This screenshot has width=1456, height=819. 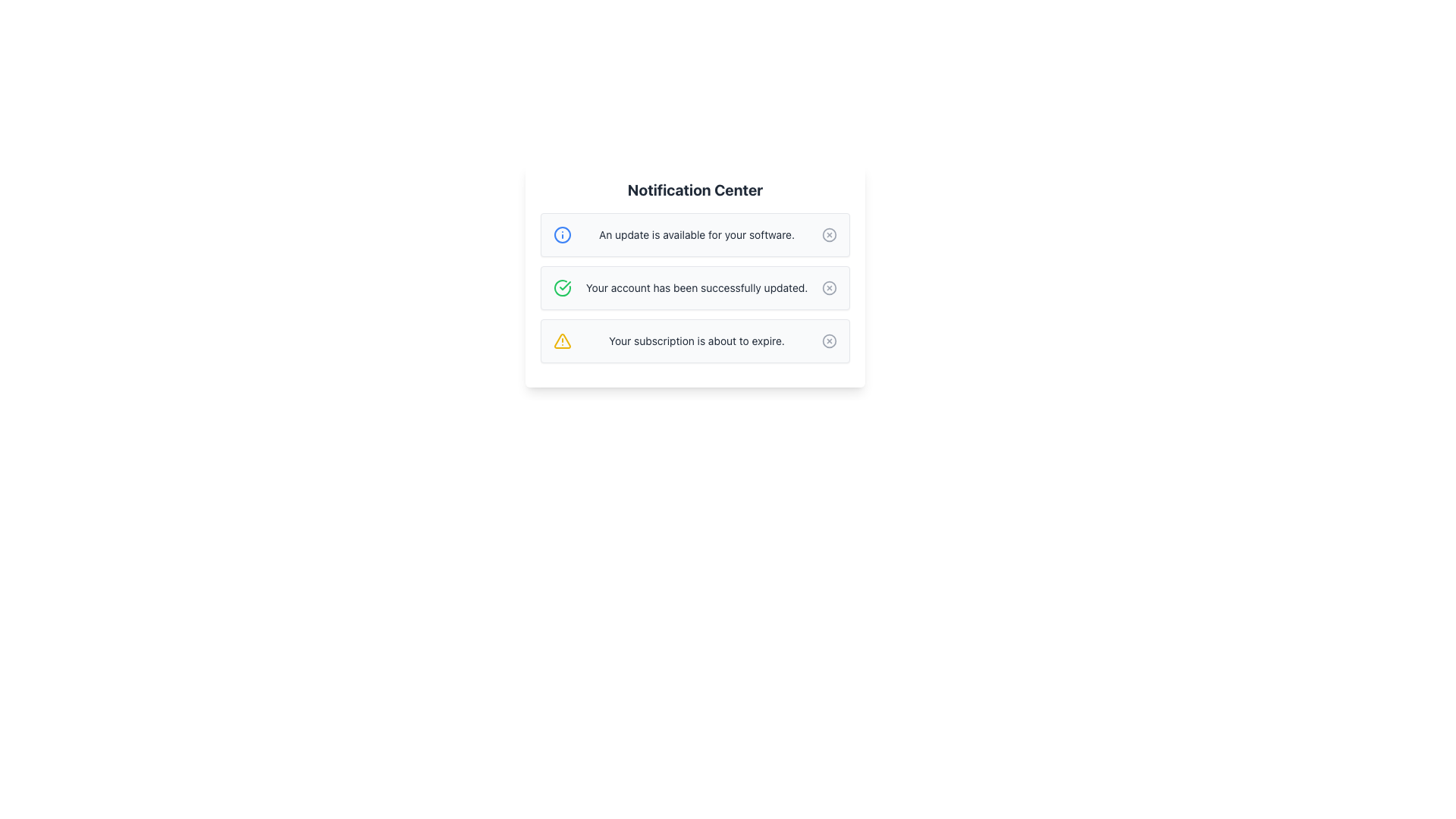 I want to click on message content of the Notification card that informs the user of a successful account update, which is the second notification in the 'Notification Center' modal, so click(x=694, y=288).